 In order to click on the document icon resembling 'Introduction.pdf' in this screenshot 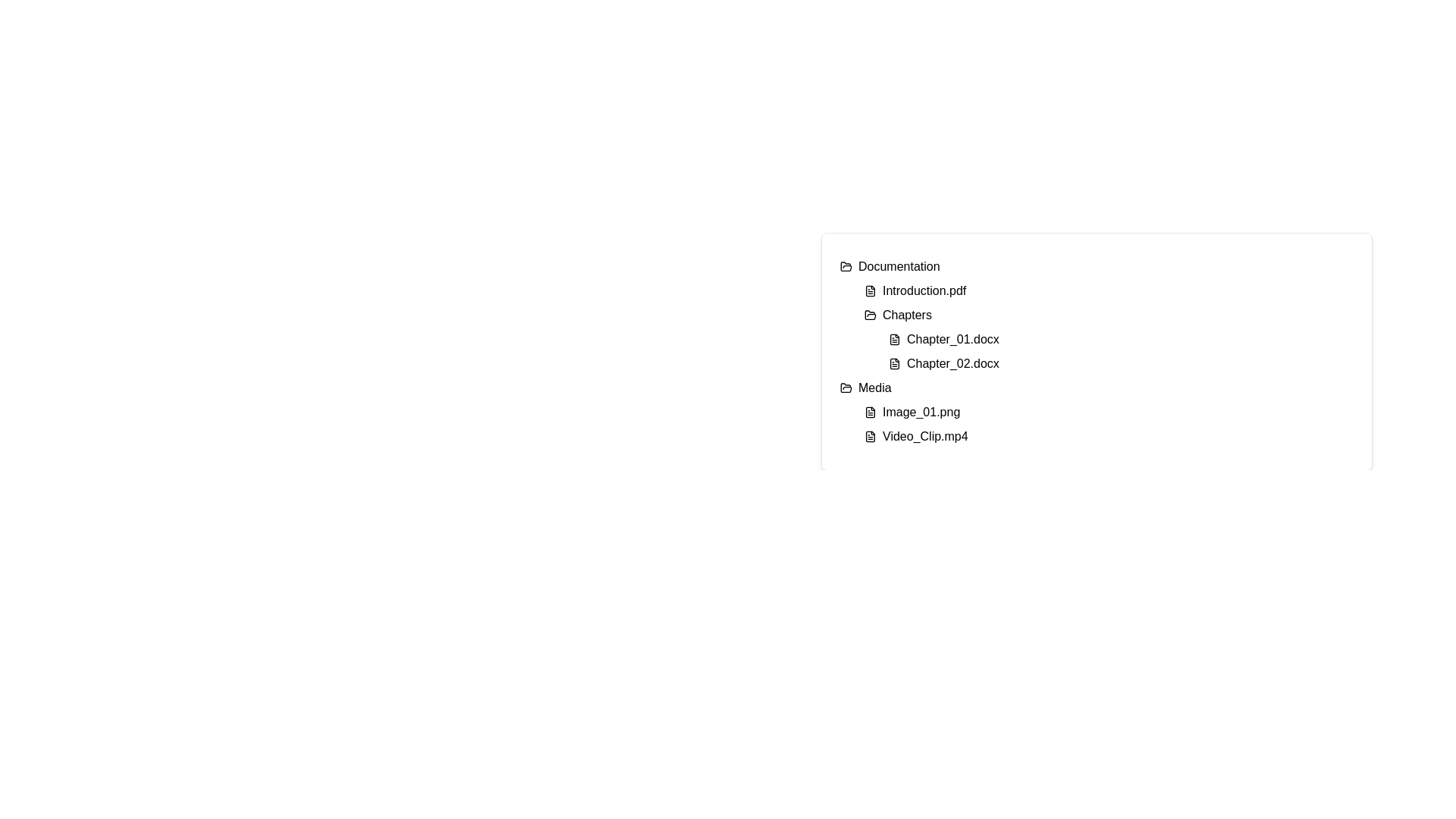, I will do `click(870, 291)`.